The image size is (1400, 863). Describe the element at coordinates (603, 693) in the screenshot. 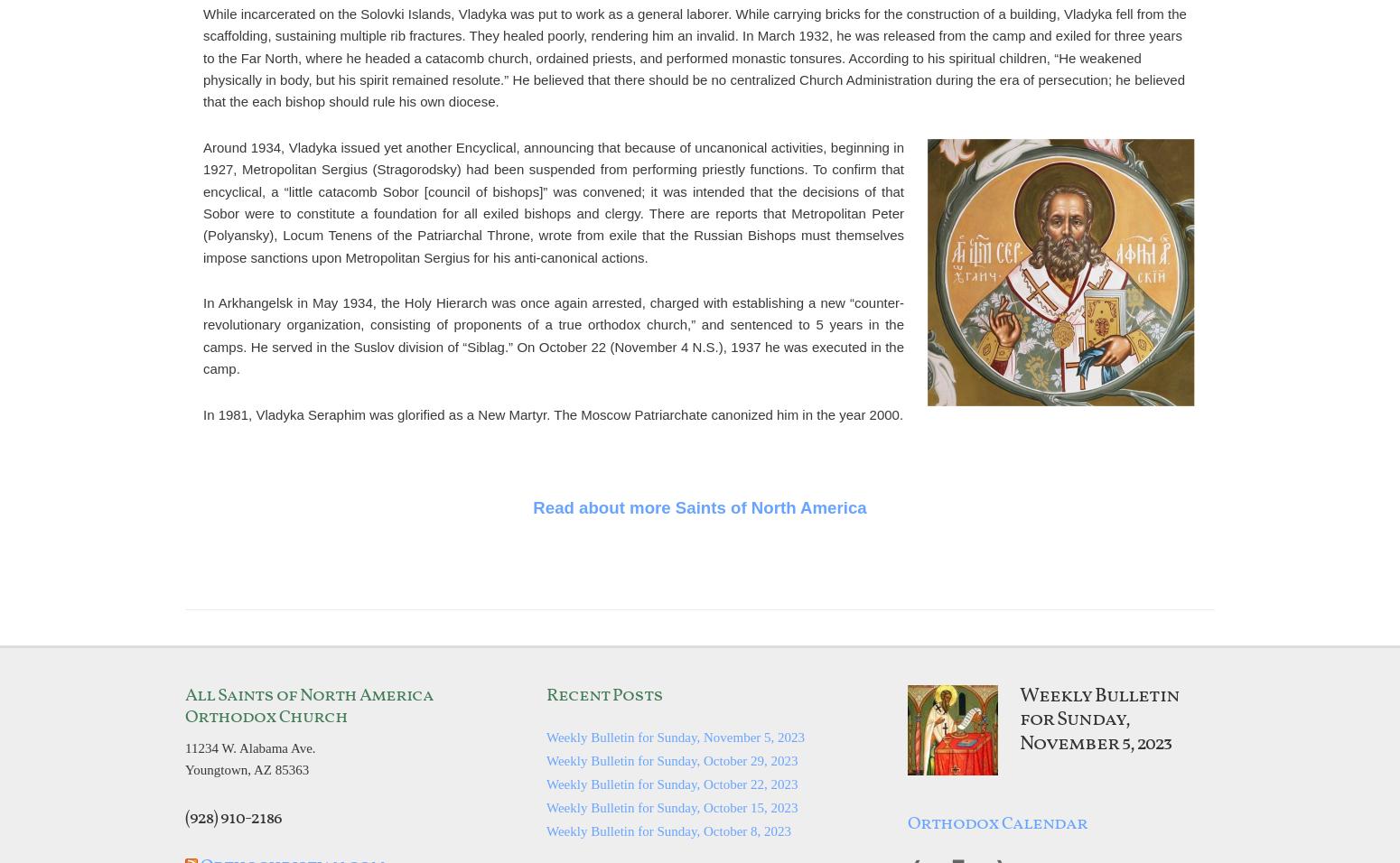

I see `'Recent Posts'` at that location.